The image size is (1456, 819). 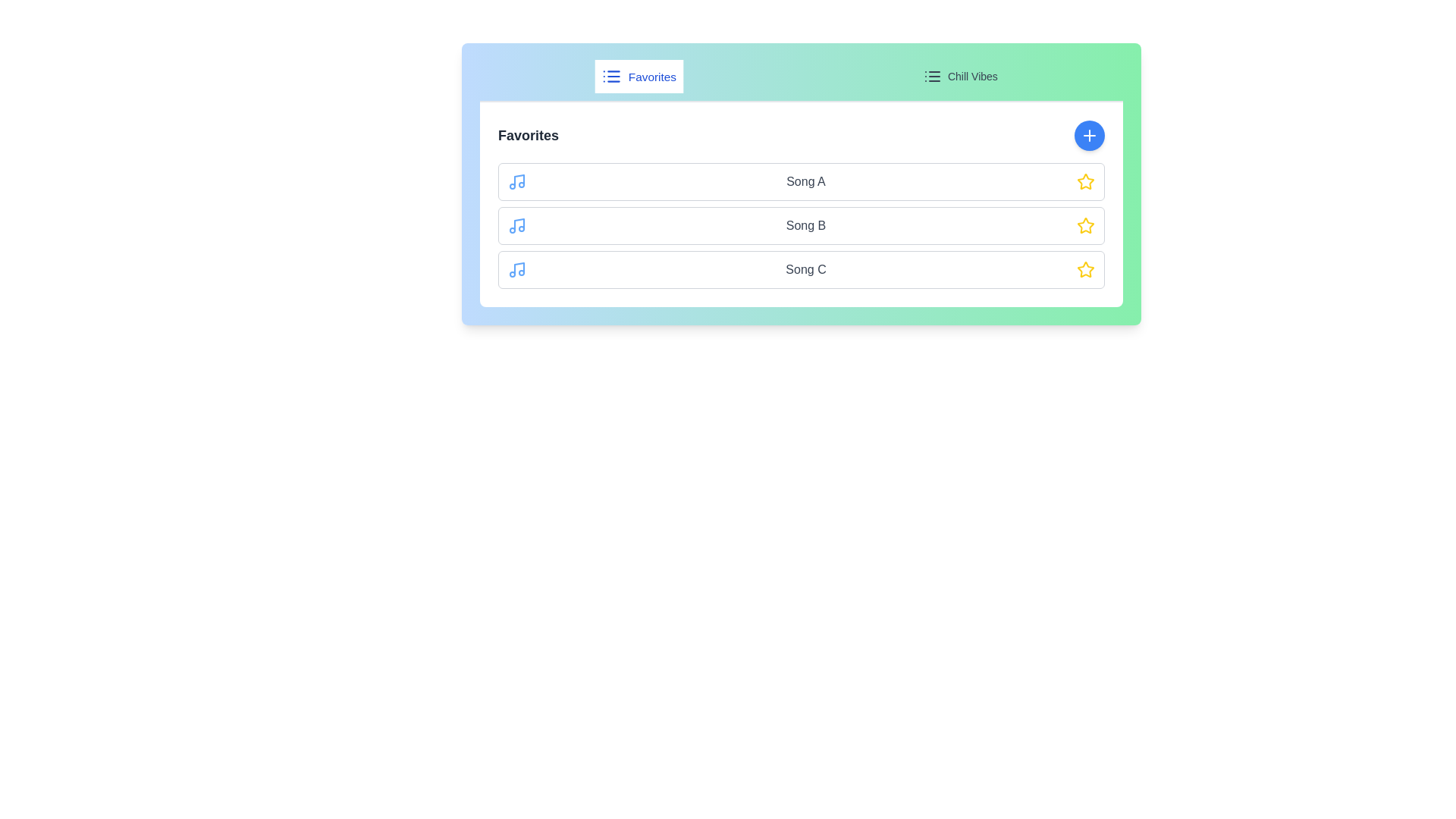 What do you see at coordinates (1088, 134) in the screenshot?
I see `add song button to add a new song to the current playlist` at bounding box center [1088, 134].